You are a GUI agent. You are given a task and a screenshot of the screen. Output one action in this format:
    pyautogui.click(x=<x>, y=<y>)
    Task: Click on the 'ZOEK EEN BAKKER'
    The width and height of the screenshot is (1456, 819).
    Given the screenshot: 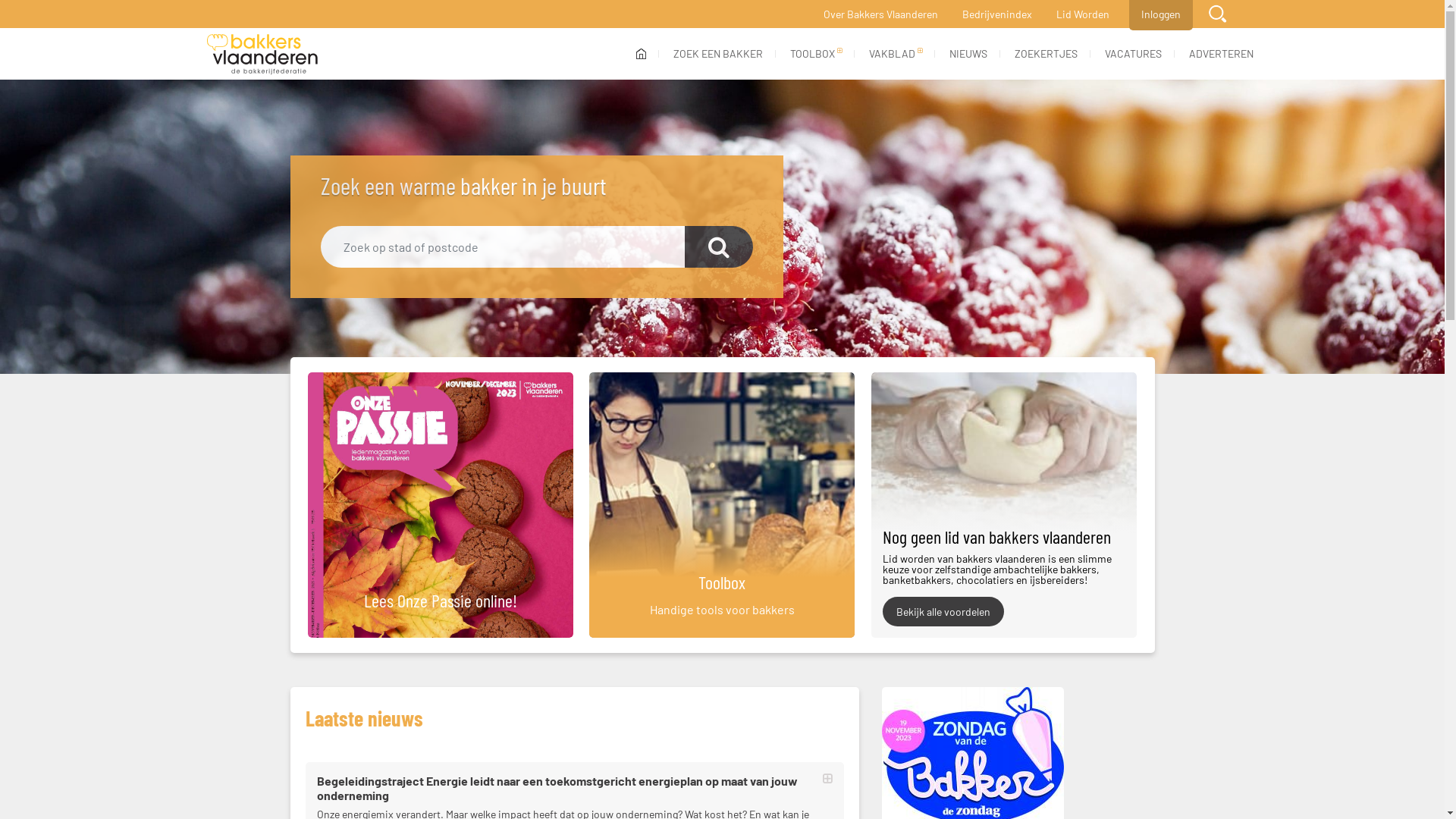 What is the action you would take?
    pyautogui.click(x=717, y=52)
    